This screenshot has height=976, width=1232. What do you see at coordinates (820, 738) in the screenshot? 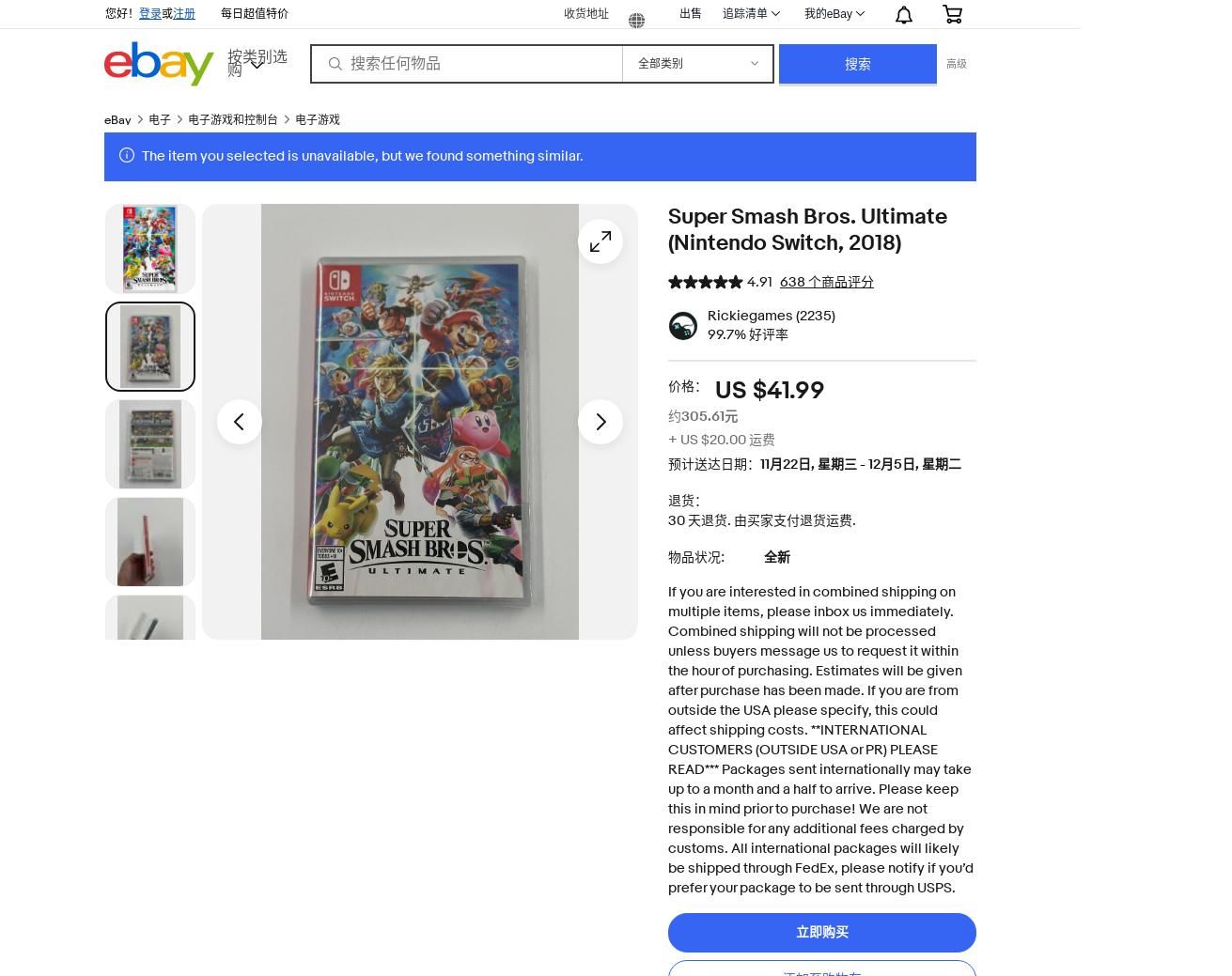
I see `'If you are interested in combined shipping on multiple items, please inbox us immediately. Combined shipping will not be processed unless buyers message us to request it within the hour of purchasing. Estimates will be given after purchase has been made. If you are from outside the USA please specify, this could affect shipping costs. **INTERNATIONAL CUSTOMERS (OUTSIDE USA or PR) PLEASE READ*** Packages sent internationally may take up to a month and a half to arrive. Please keep this in mind prior to purchase! We are not responsible for any additional fees charged by customs. All international packages will likely be shipped through FedEx, please notify if you’d prefer your package to be sent through USPS.'` at bounding box center [820, 738].